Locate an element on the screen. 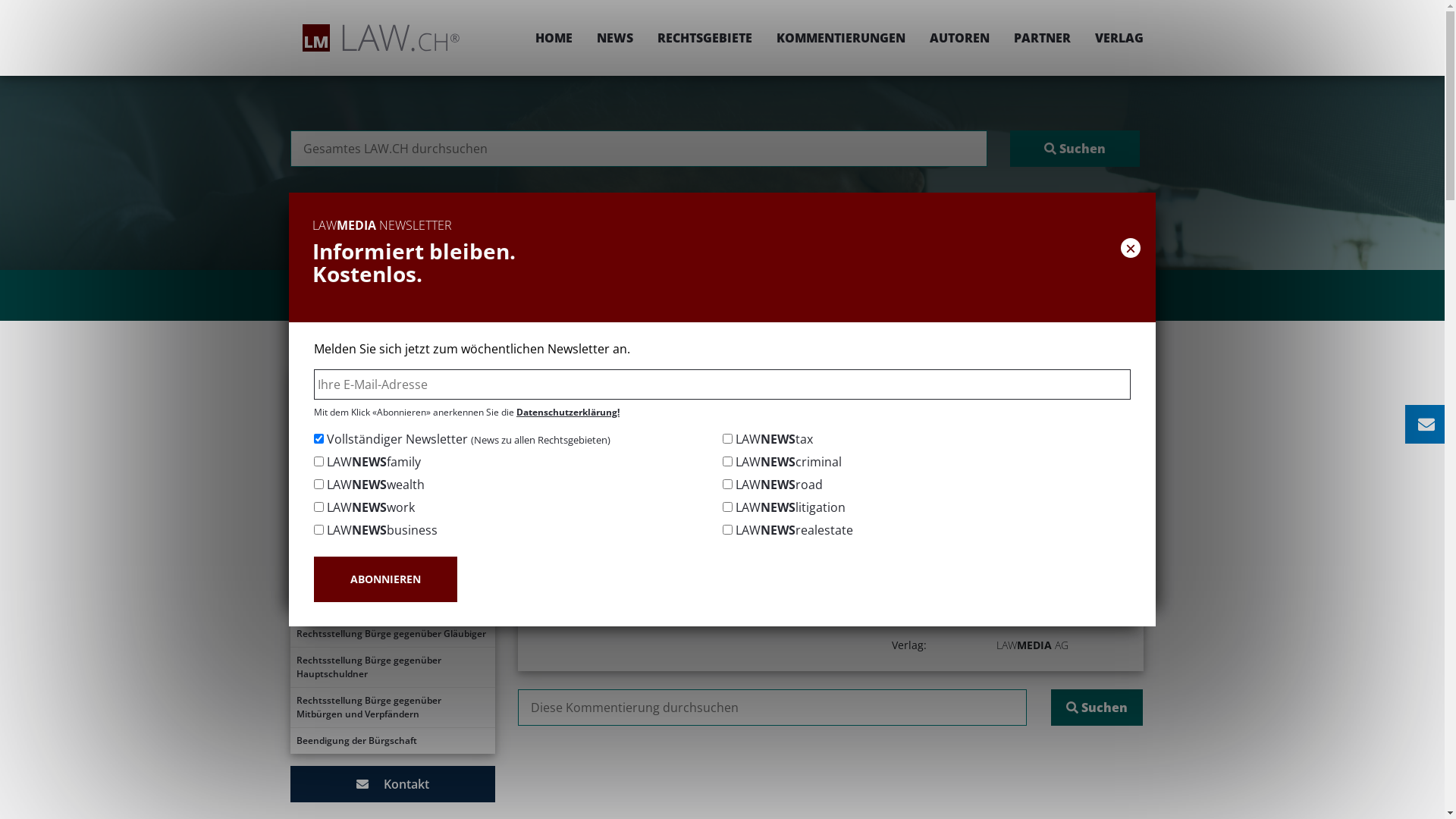 The width and height of the screenshot is (1456, 819). 'RECHTSGEBIETE' is located at coordinates (644, 37).